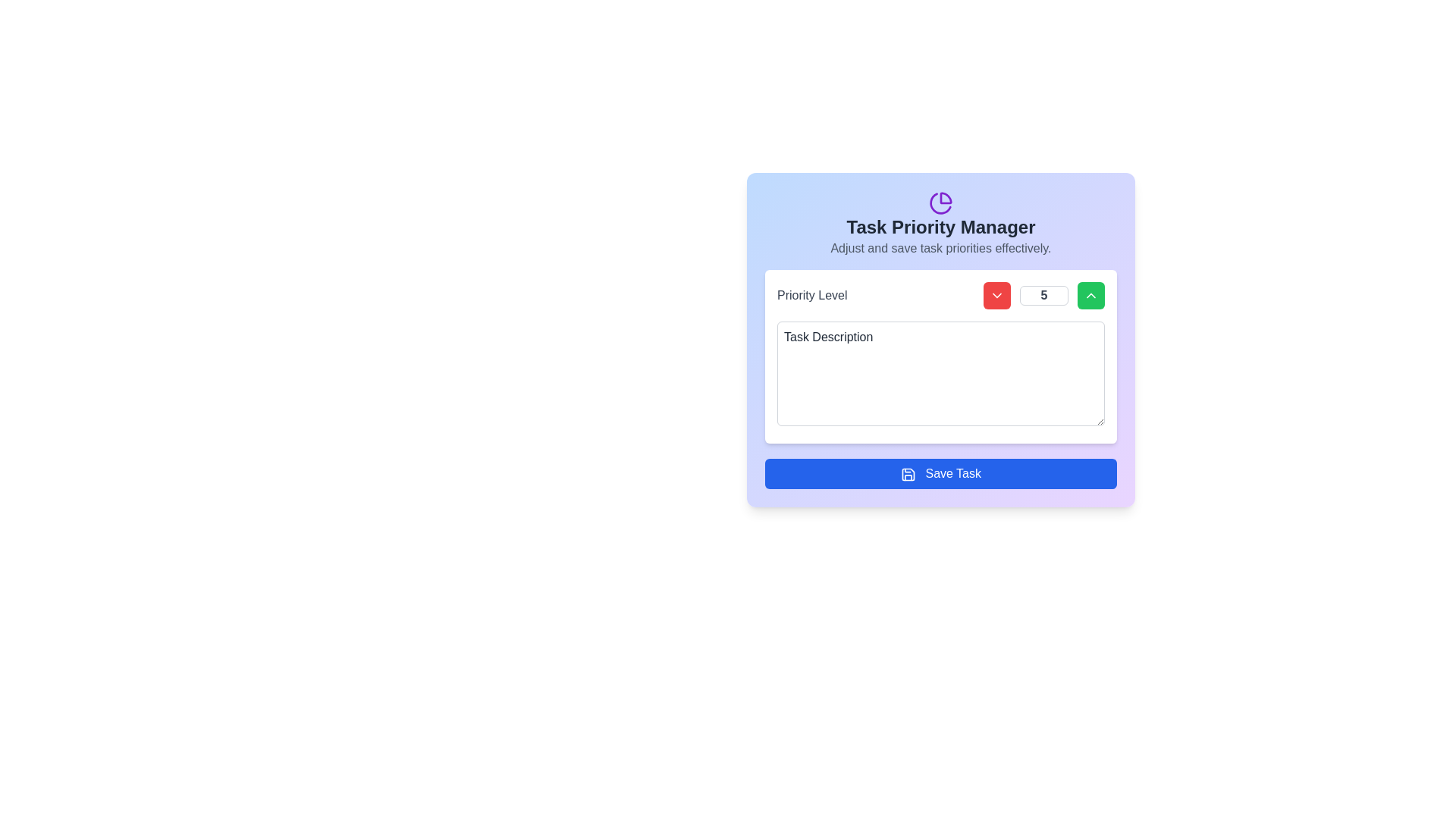 This screenshot has width=1456, height=819. I want to click on the diskette icon located to the left of the 'Save Task' label within the blue button, so click(908, 473).